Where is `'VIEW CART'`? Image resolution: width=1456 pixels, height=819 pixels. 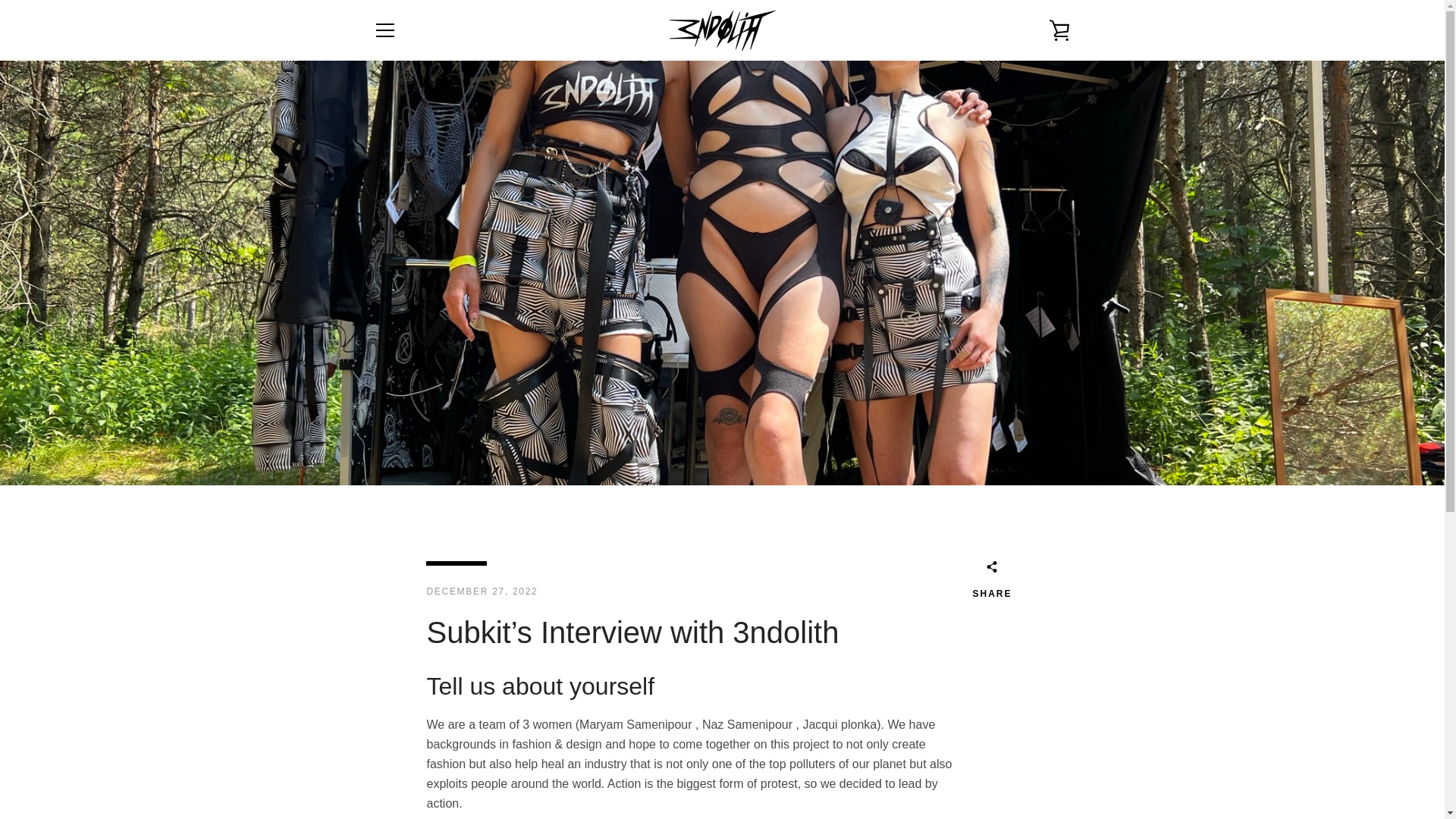 'VIEW CART' is located at coordinates (1058, 30).